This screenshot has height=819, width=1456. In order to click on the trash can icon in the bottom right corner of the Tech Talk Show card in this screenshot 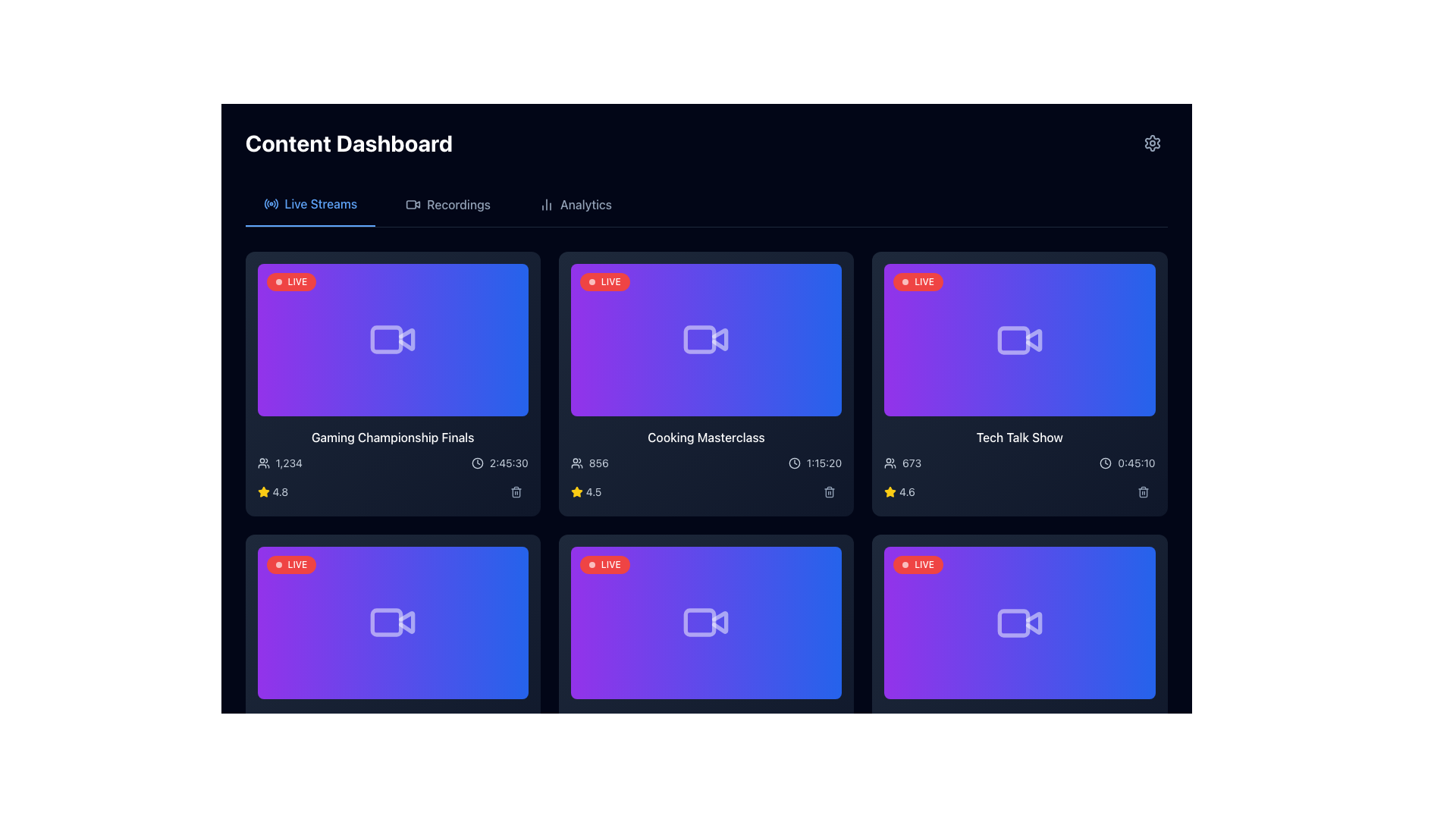, I will do `click(1143, 491)`.